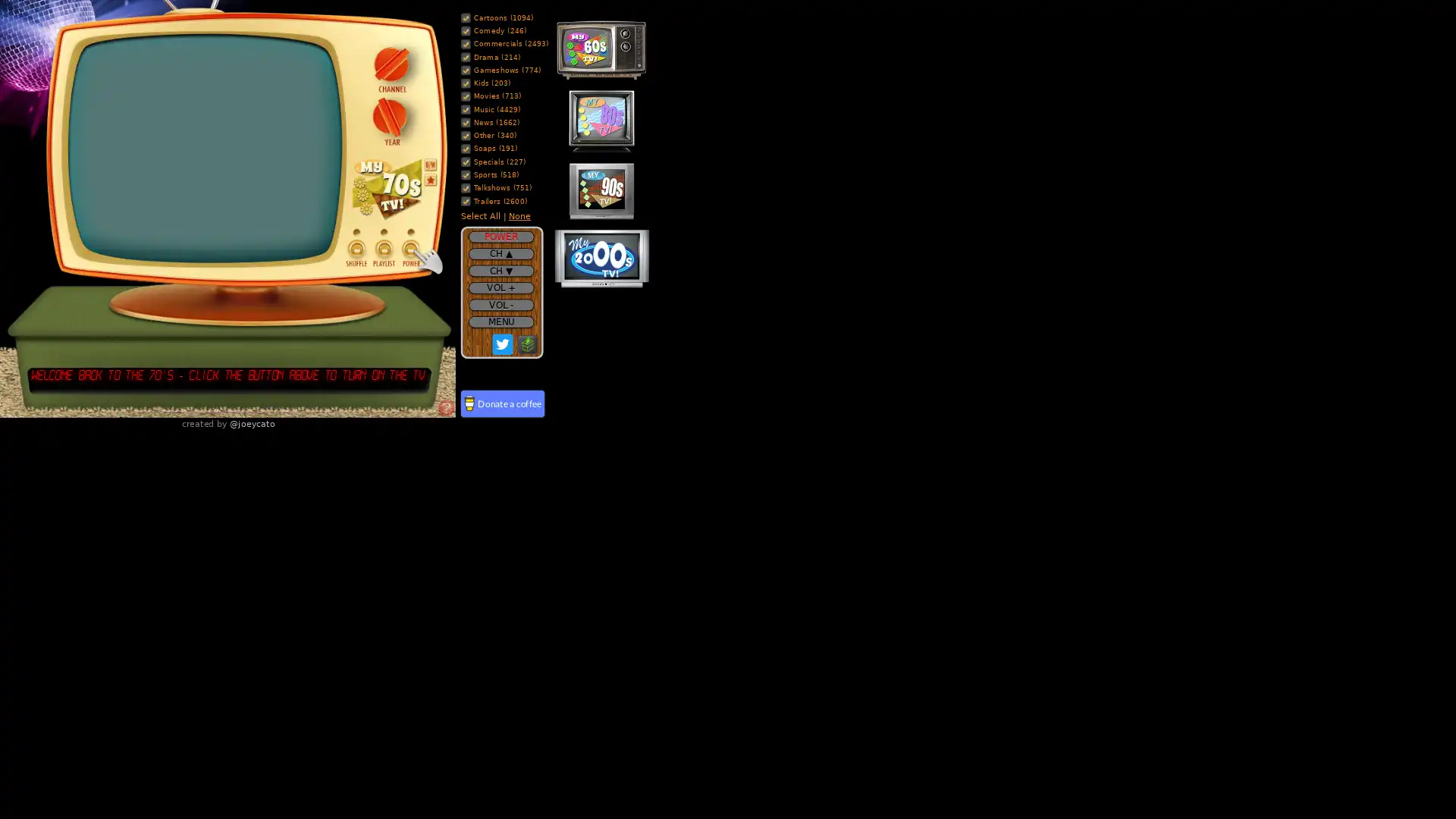  Describe the element at coordinates (501, 270) in the screenshot. I see `CH` at that location.